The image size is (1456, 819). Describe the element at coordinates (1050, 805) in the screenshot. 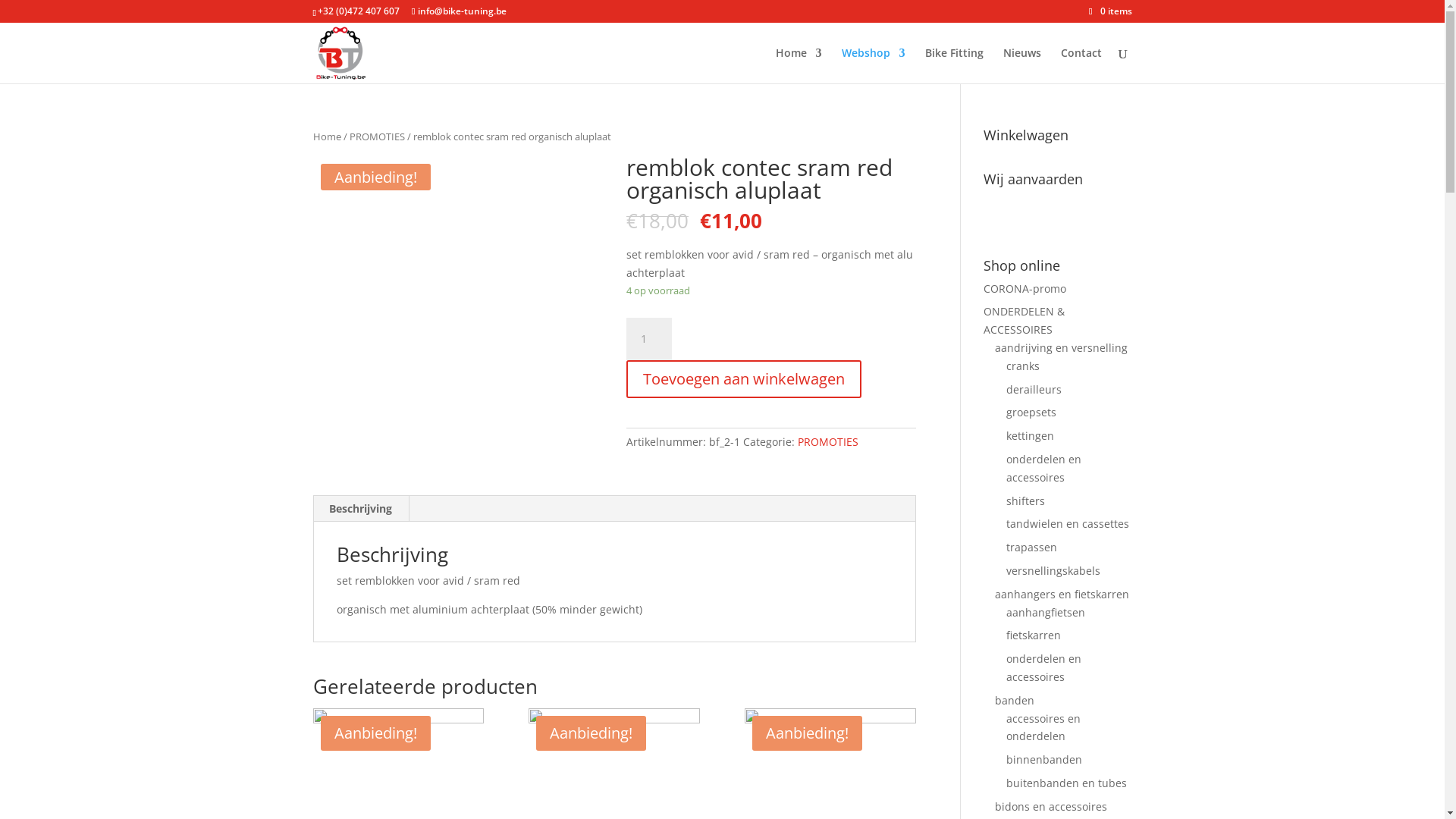

I see `'bidons en accessoires'` at that location.